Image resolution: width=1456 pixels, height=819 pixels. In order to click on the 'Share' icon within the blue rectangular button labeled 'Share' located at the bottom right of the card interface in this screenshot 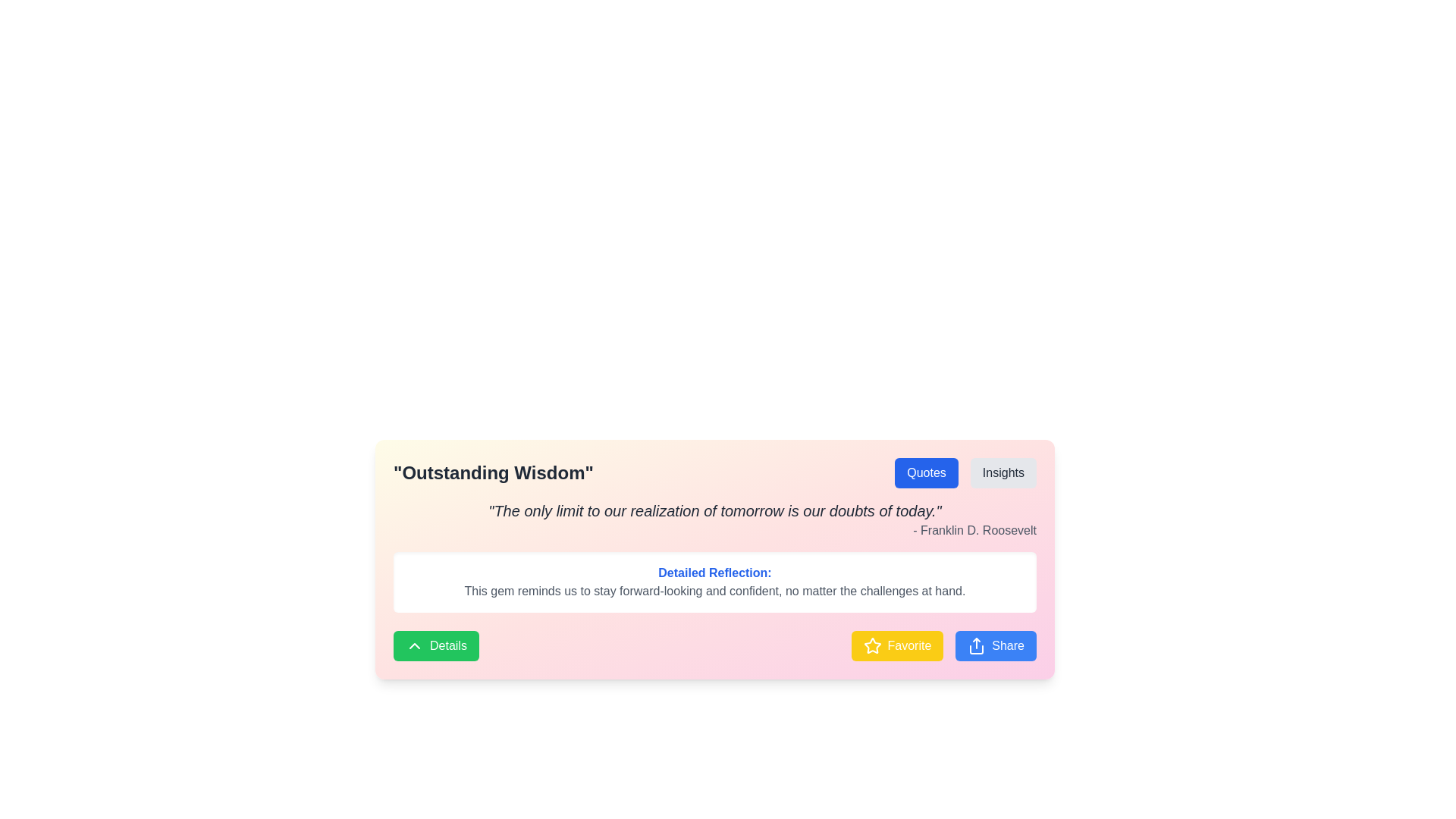, I will do `click(977, 646)`.